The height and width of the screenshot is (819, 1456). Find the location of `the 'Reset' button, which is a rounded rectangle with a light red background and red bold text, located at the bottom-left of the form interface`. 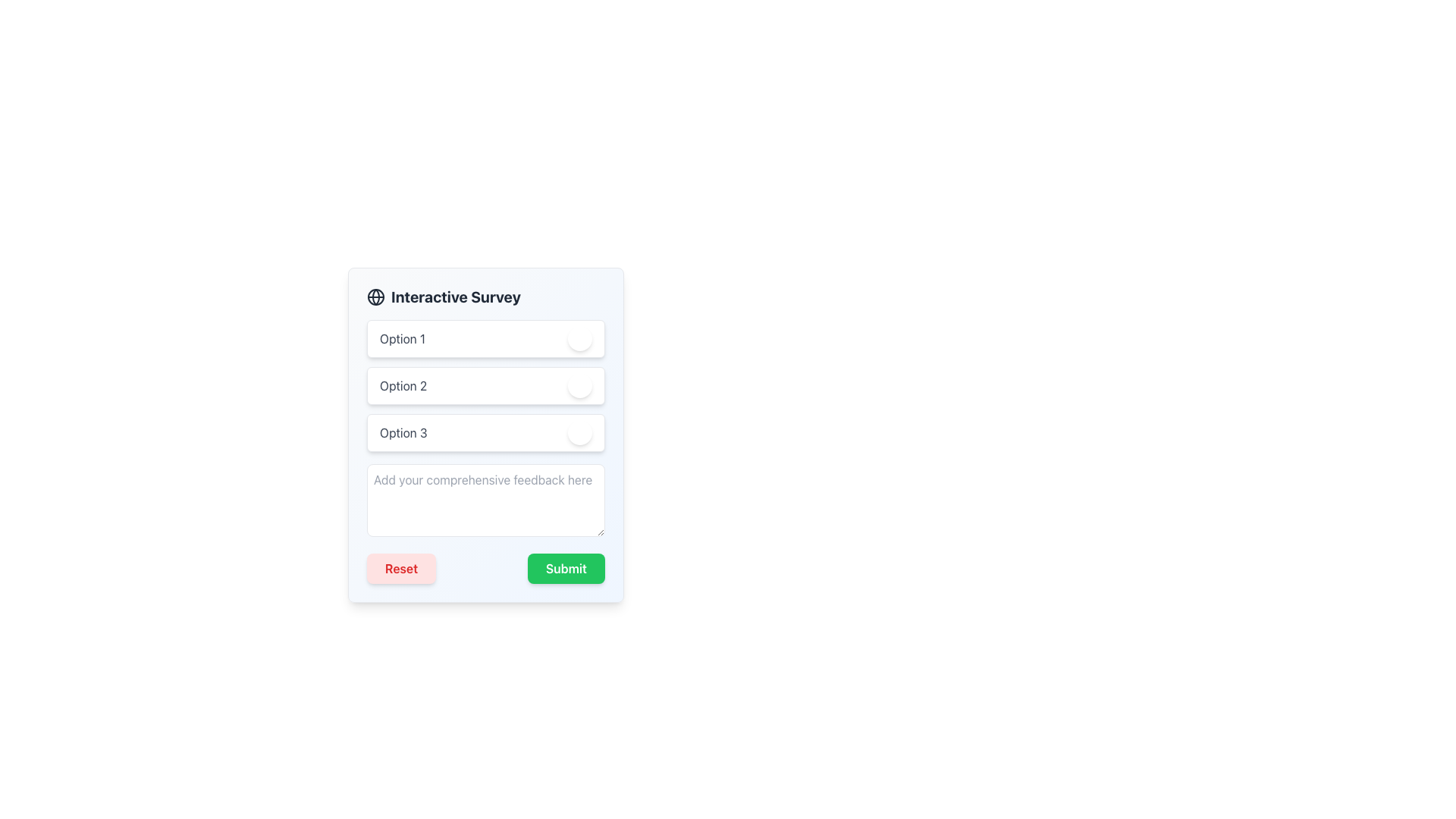

the 'Reset' button, which is a rounded rectangle with a light red background and red bold text, located at the bottom-left of the form interface is located at coordinates (401, 568).